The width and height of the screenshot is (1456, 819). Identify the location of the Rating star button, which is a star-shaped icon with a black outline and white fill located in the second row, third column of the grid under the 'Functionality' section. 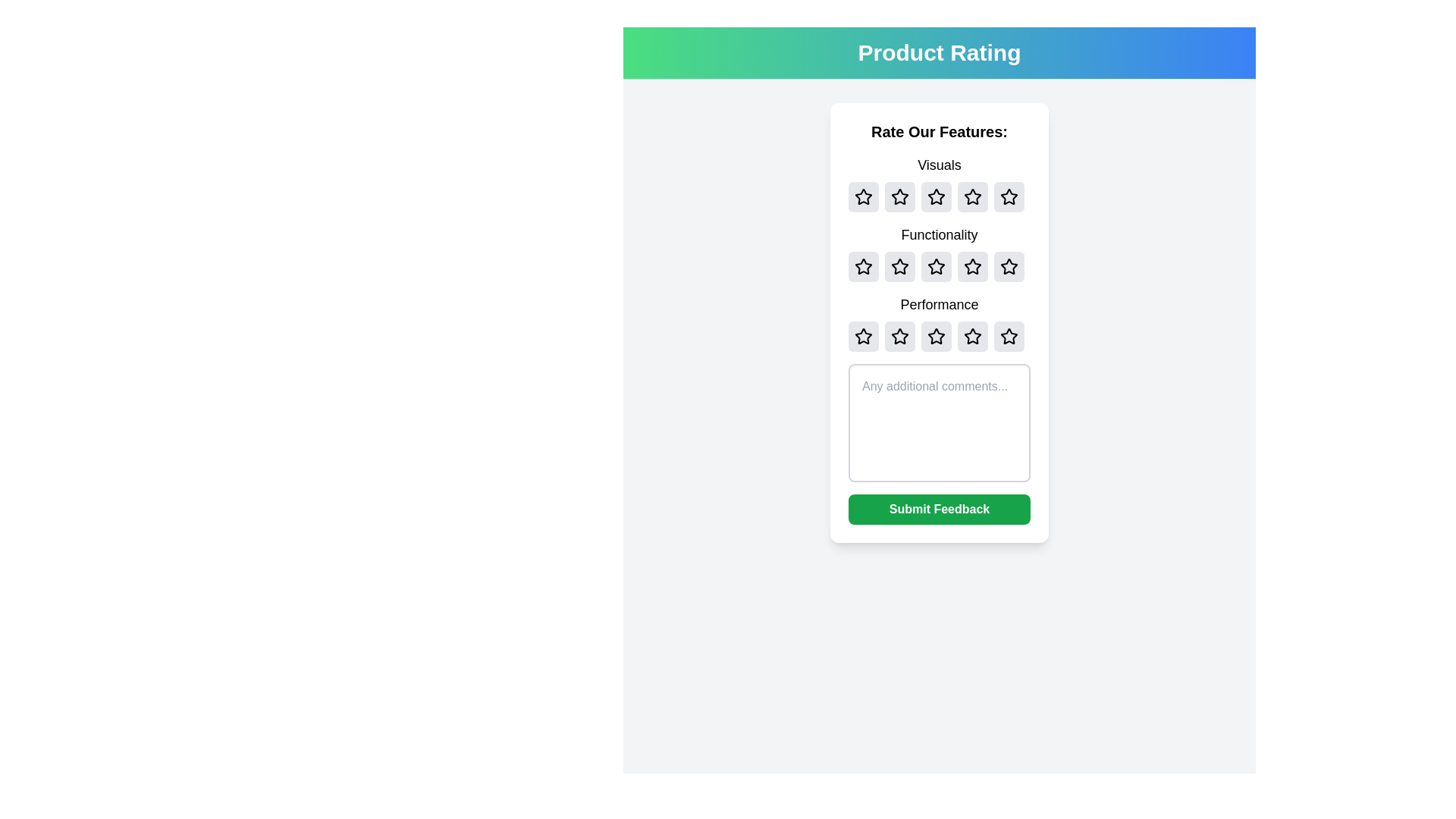
(935, 265).